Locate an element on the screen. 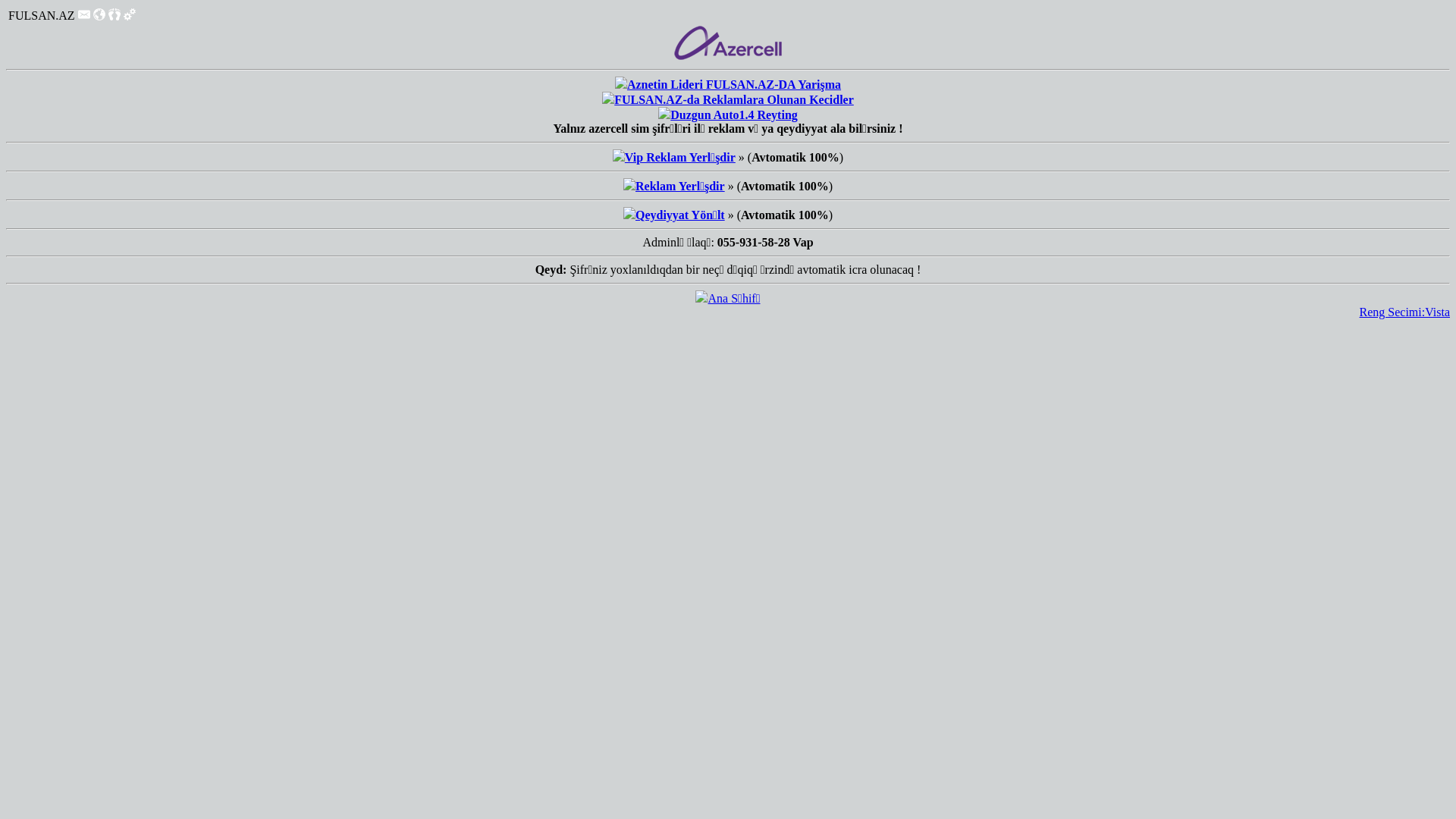 This screenshot has width=1456, height=819. 'Qonaqlar' is located at coordinates (113, 16).